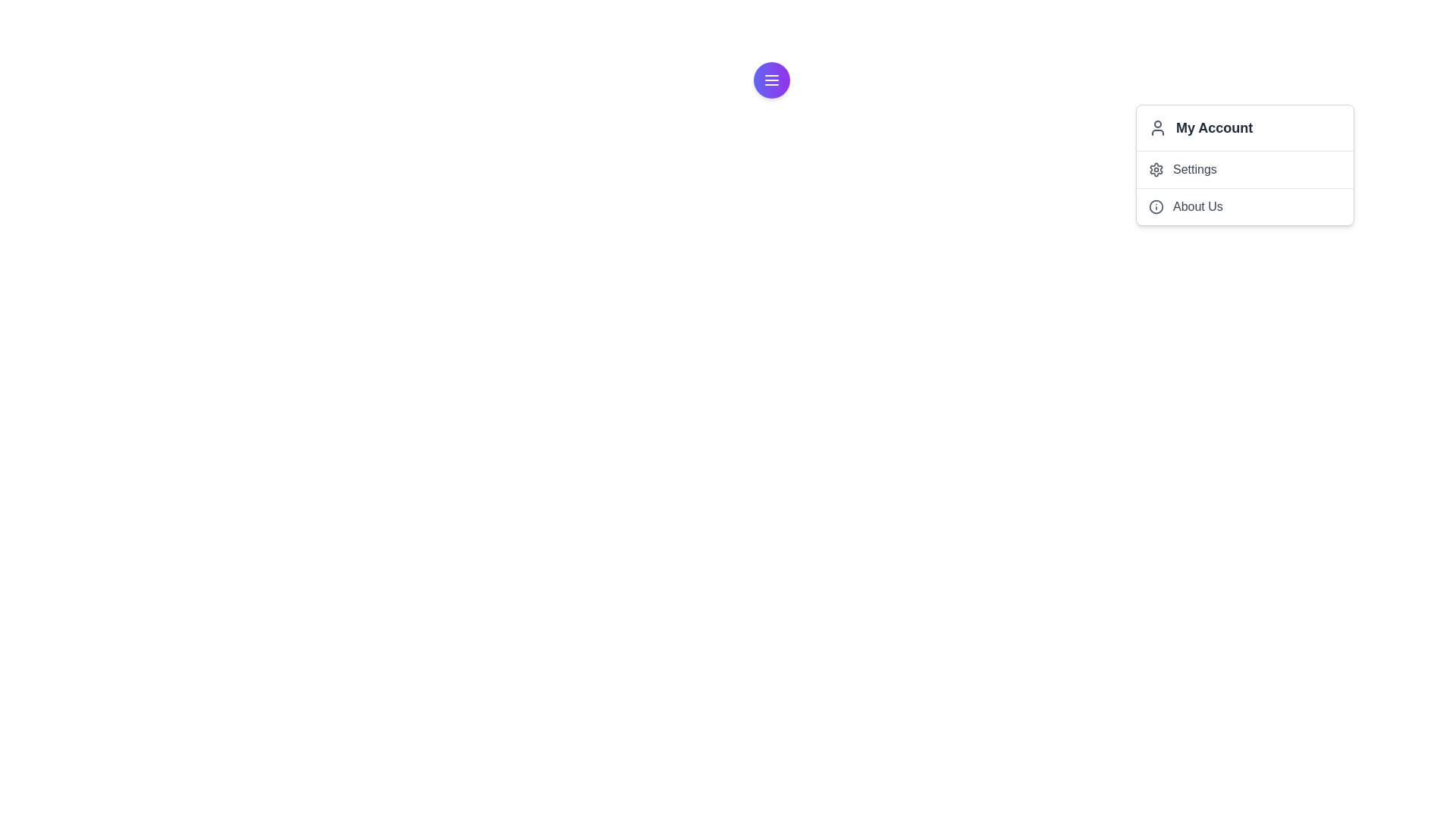  I want to click on the central button used, so click(771, 80).